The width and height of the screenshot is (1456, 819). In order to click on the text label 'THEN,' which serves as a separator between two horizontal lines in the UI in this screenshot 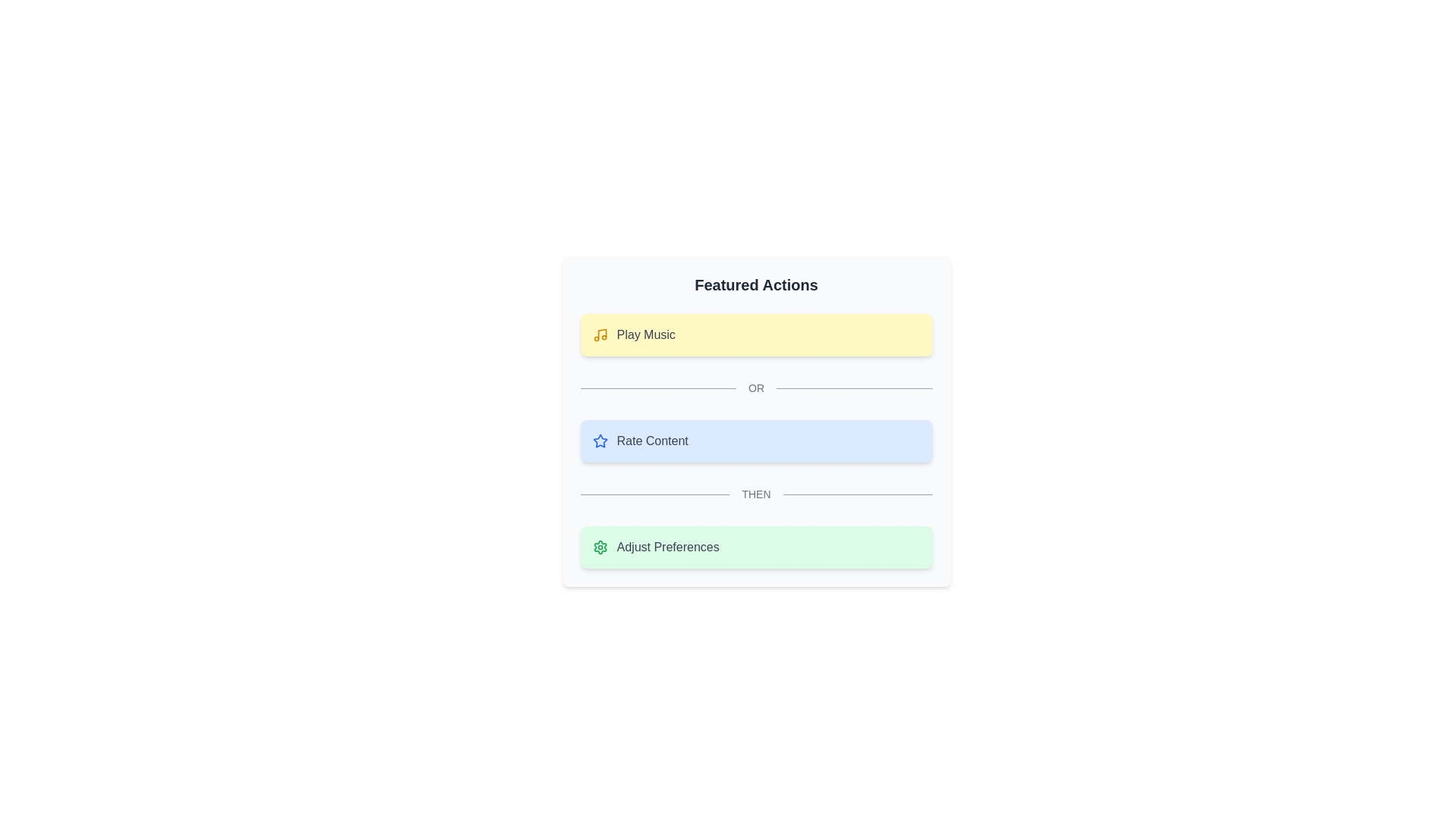, I will do `click(756, 494)`.